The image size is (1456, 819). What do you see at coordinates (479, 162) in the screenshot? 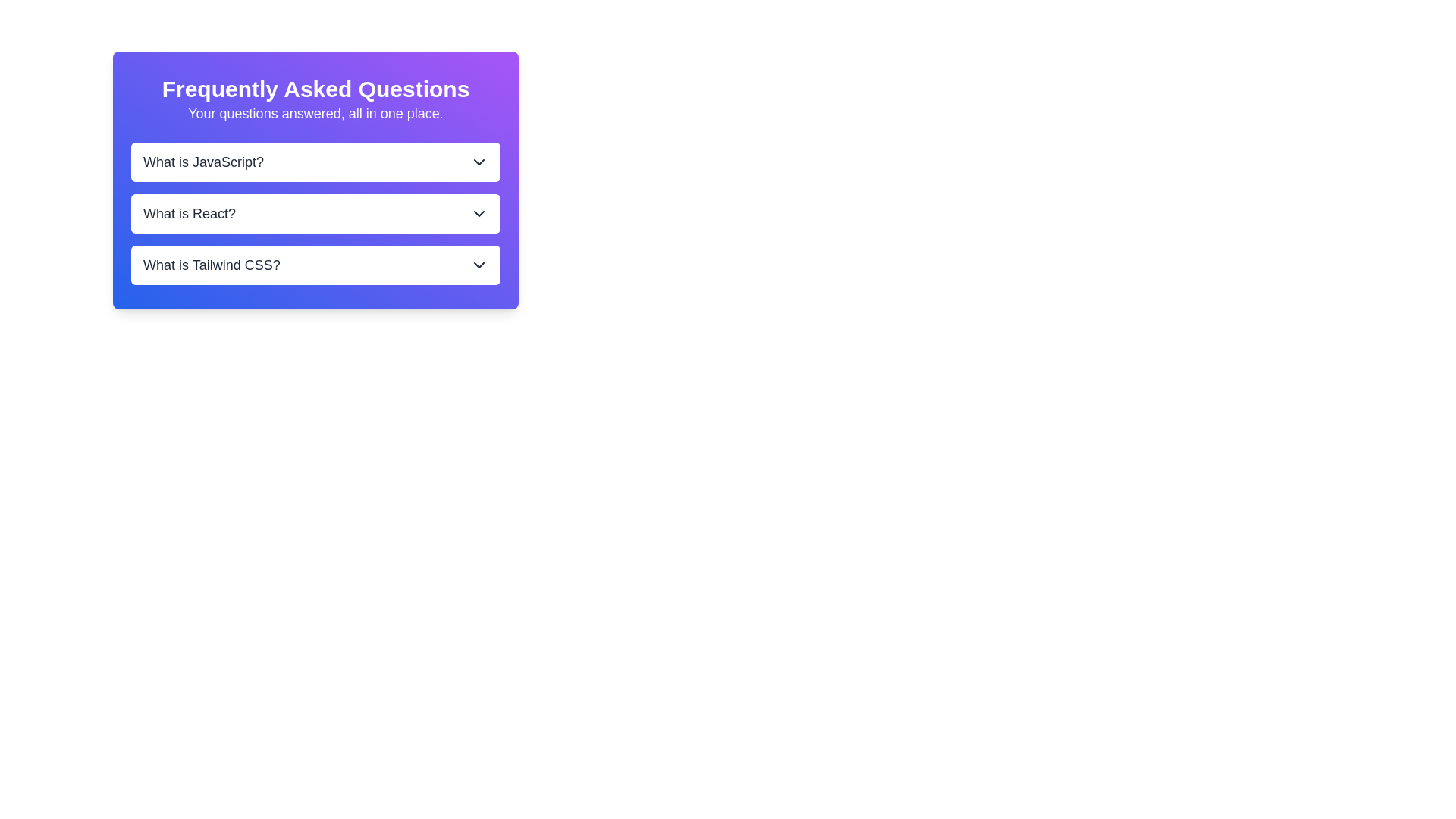
I see `the chevron-down icon located on the right side of the text 'What is JavaScript?'` at bounding box center [479, 162].